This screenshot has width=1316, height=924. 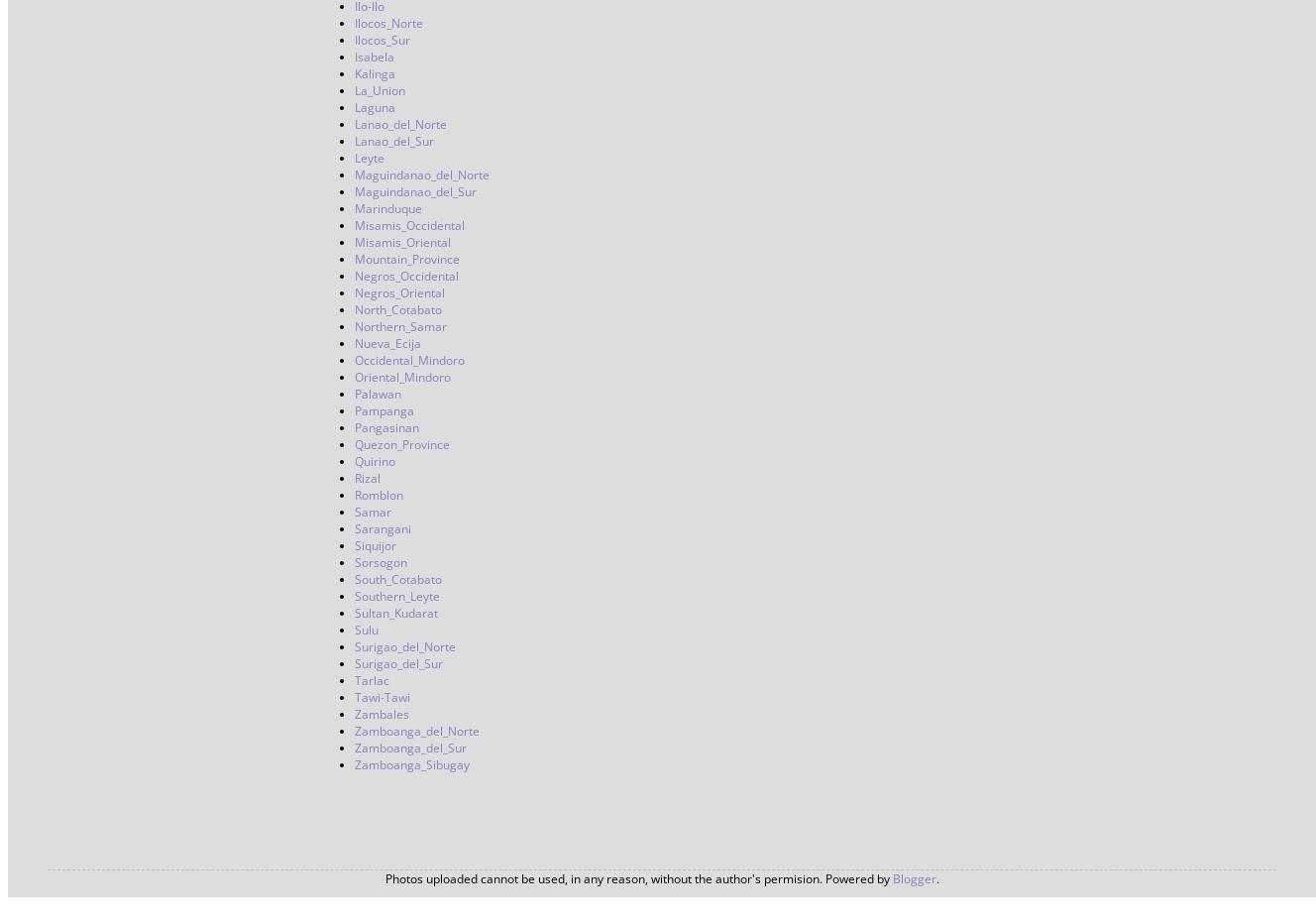 What do you see at coordinates (406, 275) in the screenshot?
I see `'Negros_Occidental'` at bounding box center [406, 275].